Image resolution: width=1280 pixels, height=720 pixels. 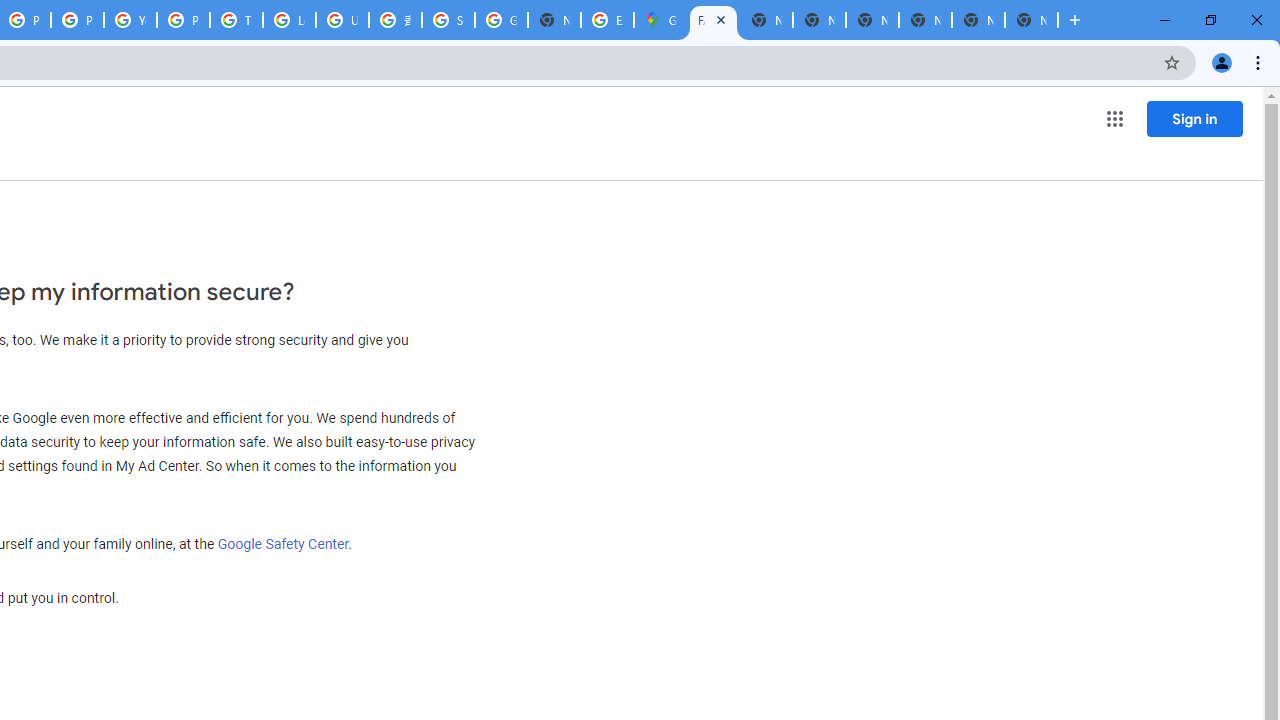 What do you see at coordinates (282, 543) in the screenshot?
I see `'Google Safety Center'` at bounding box center [282, 543].